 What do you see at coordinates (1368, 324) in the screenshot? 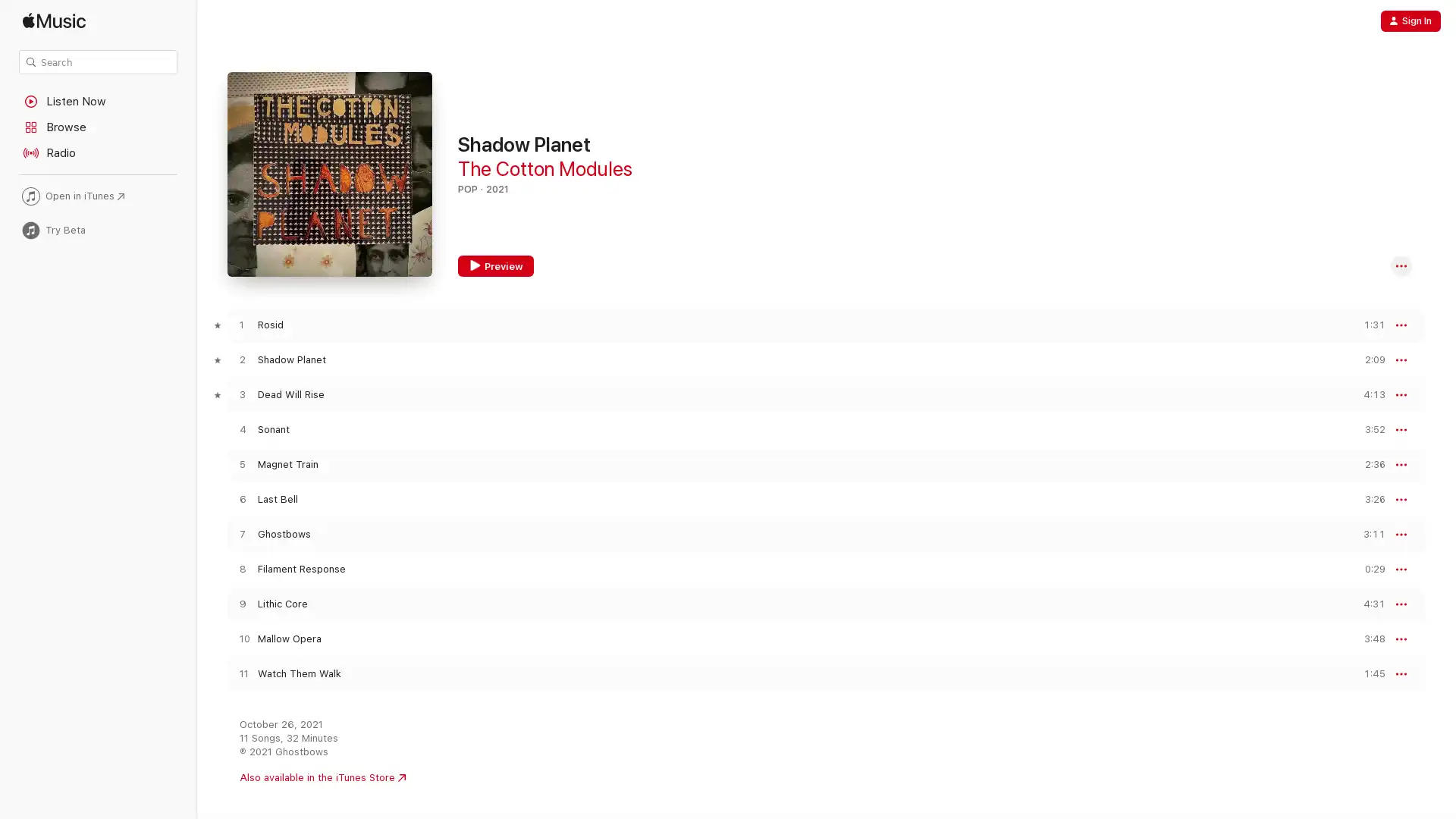
I see `Preview` at bounding box center [1368, 324].